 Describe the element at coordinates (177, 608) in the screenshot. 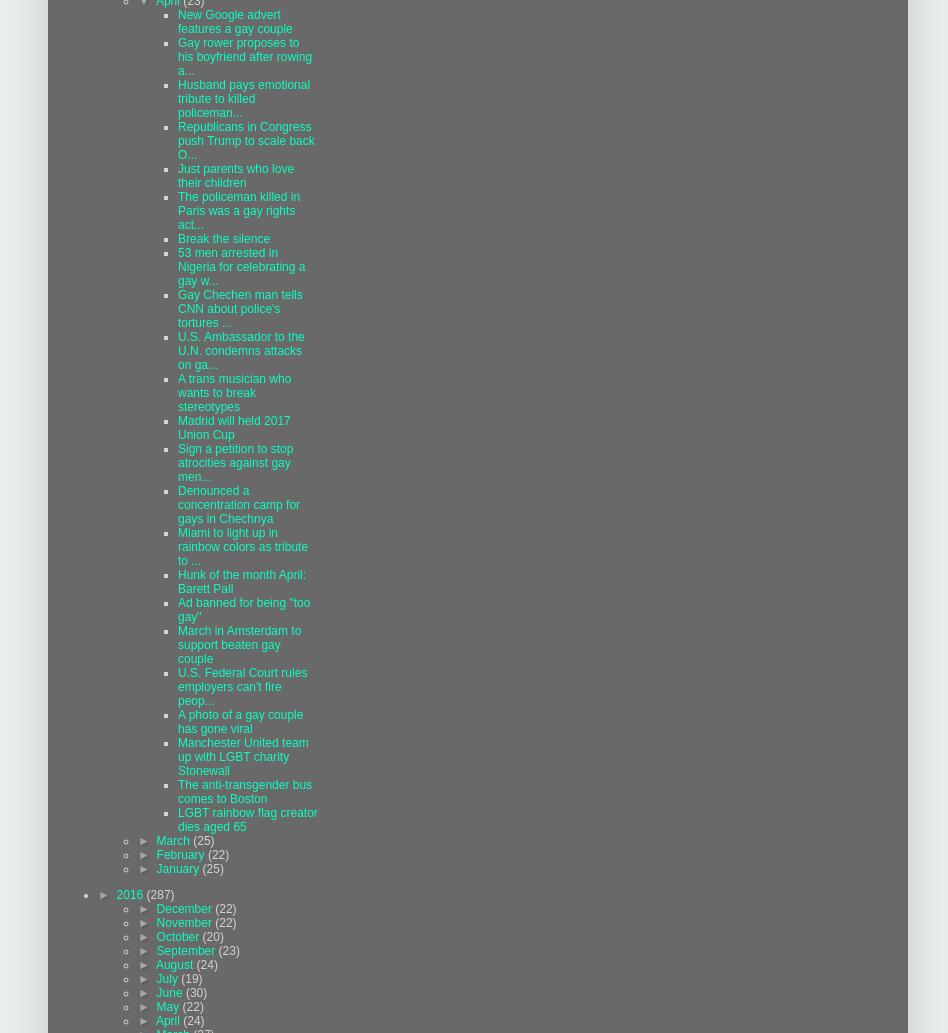

I see `'Ad banned for being "too gay"'` at that location.